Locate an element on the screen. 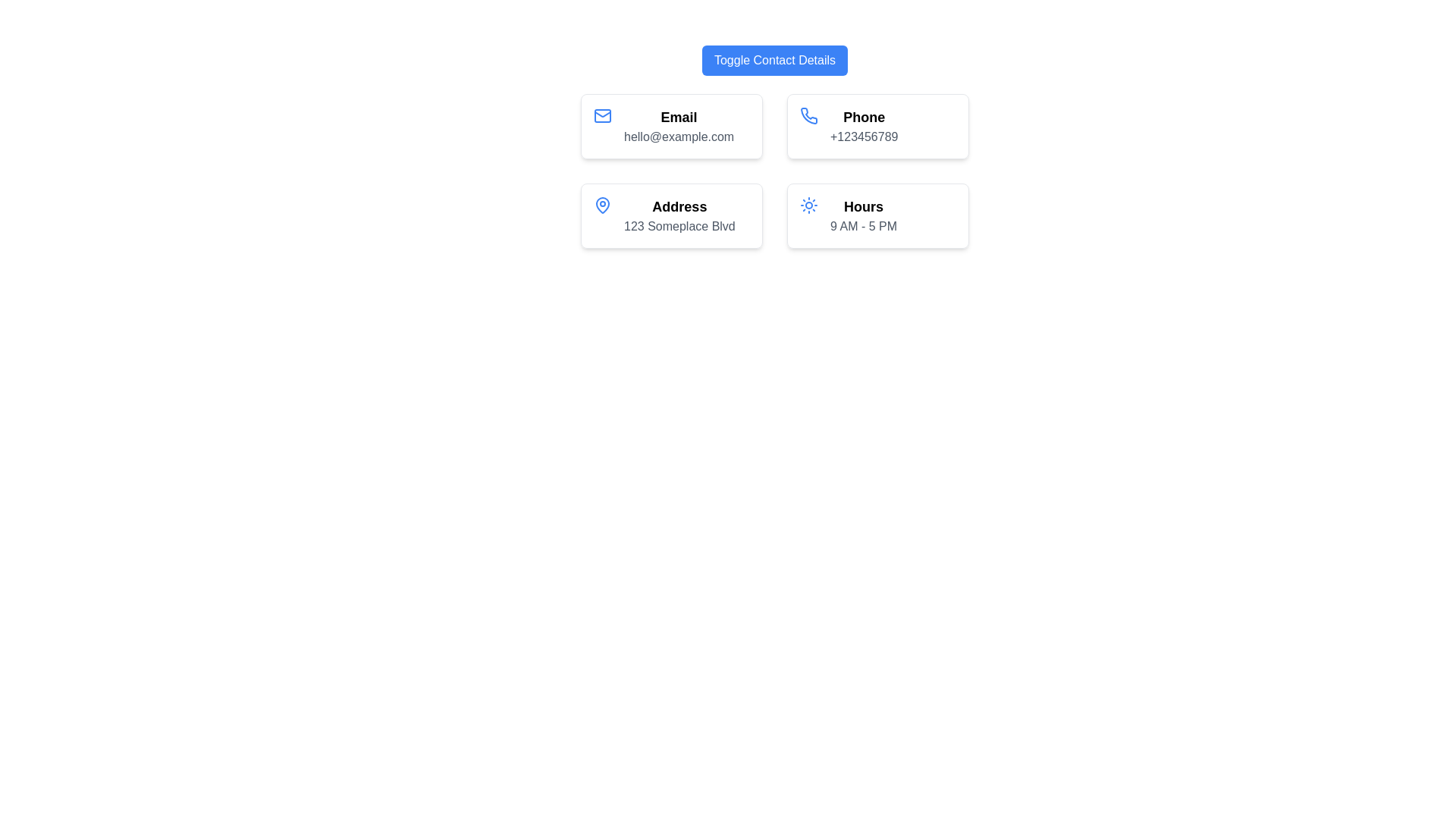  displayed content of the Static Text showing '123 Someplace Blvd', located below the 'Address' label in the lower-left section of the grid is located at coordinates (679, 227).